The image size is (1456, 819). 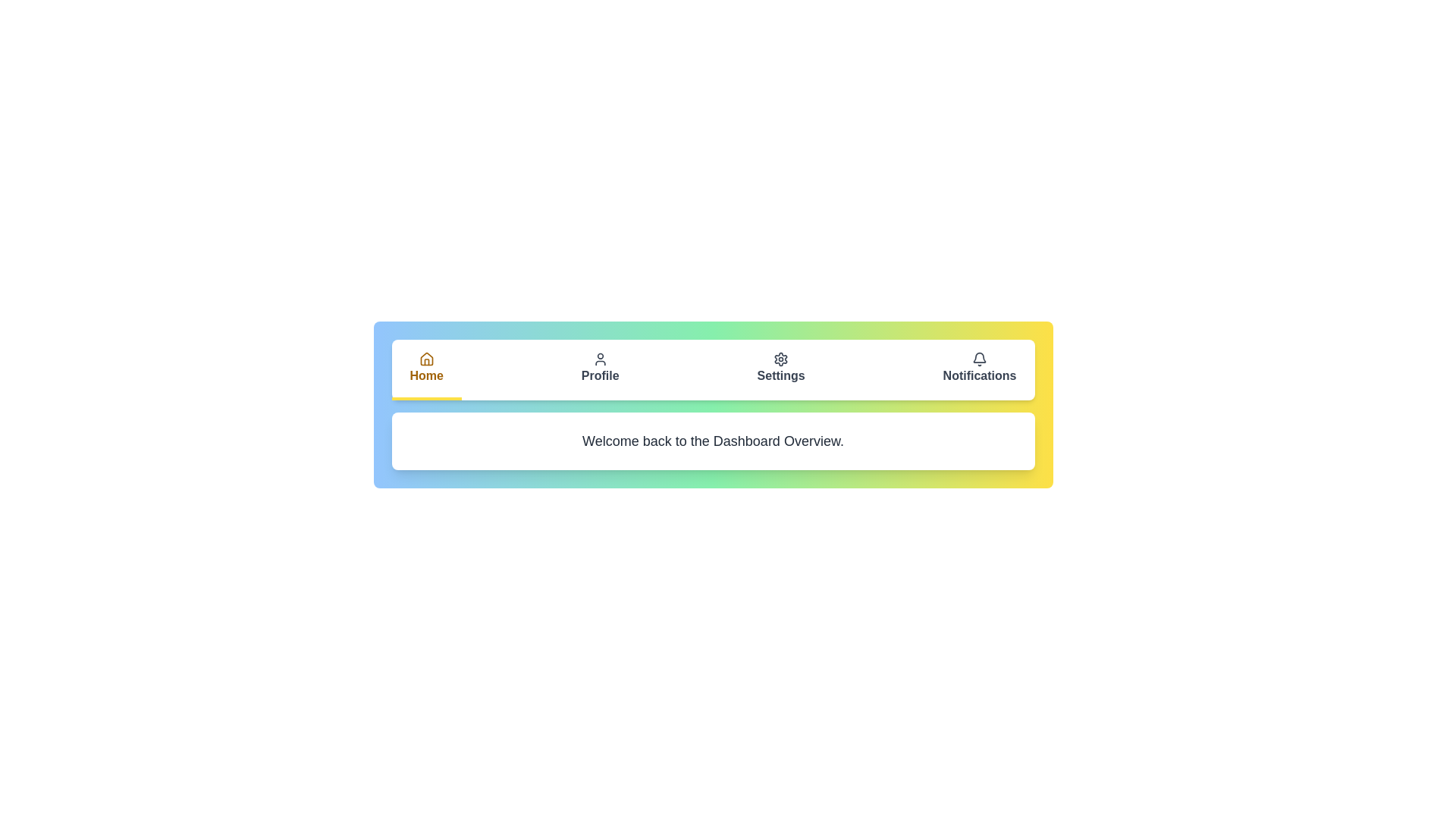 What do you see at coordinates (425, 375) in the screenshot?
I see `the 'Home' text label in the navigation bar, which indicates the tab leading to the dashboard of the application` at bounding box center [425, 375].